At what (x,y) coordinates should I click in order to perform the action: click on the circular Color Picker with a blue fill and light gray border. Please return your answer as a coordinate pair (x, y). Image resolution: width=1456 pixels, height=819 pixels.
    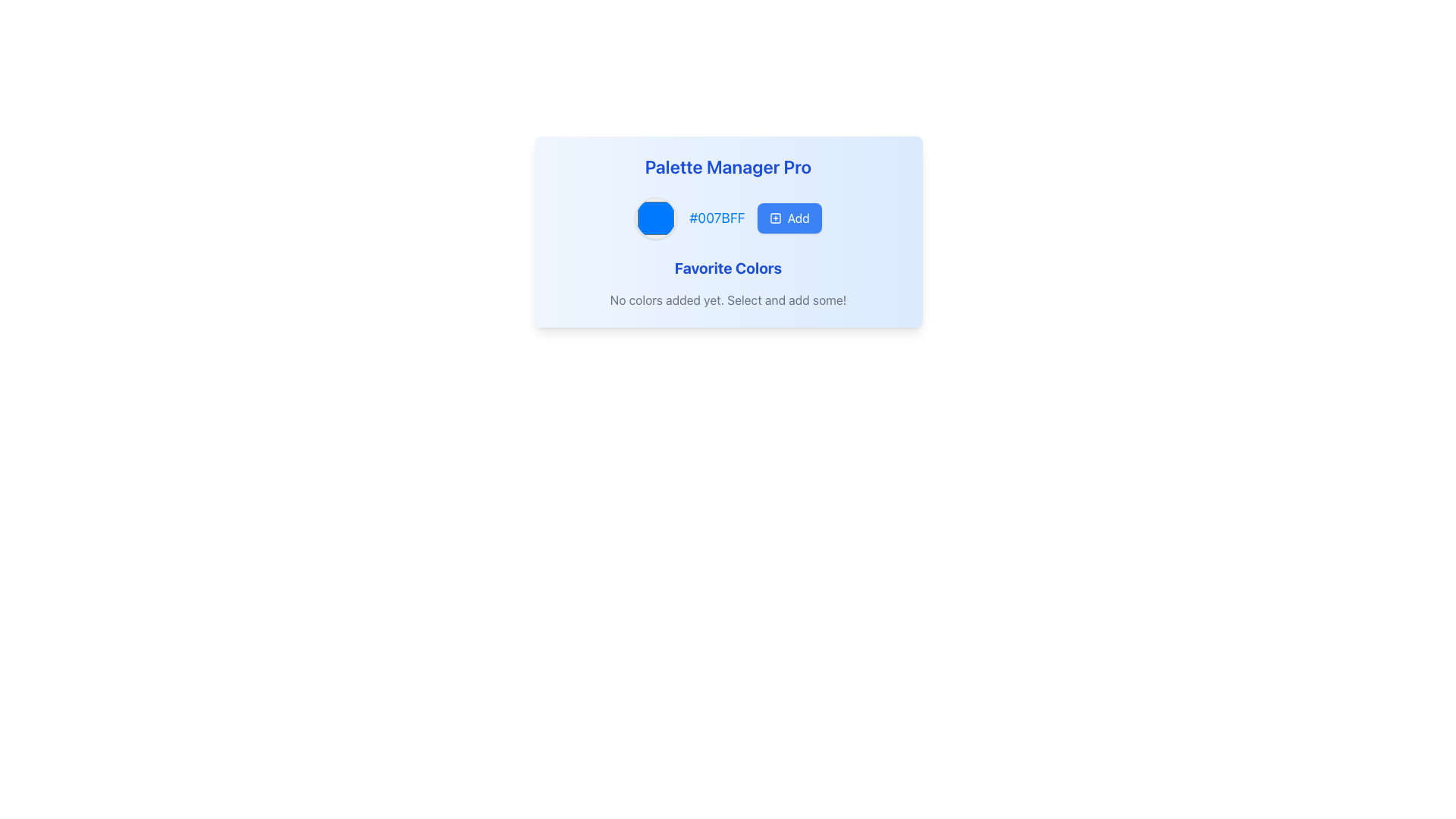
    Looking at the image, I should click on (656, 218).